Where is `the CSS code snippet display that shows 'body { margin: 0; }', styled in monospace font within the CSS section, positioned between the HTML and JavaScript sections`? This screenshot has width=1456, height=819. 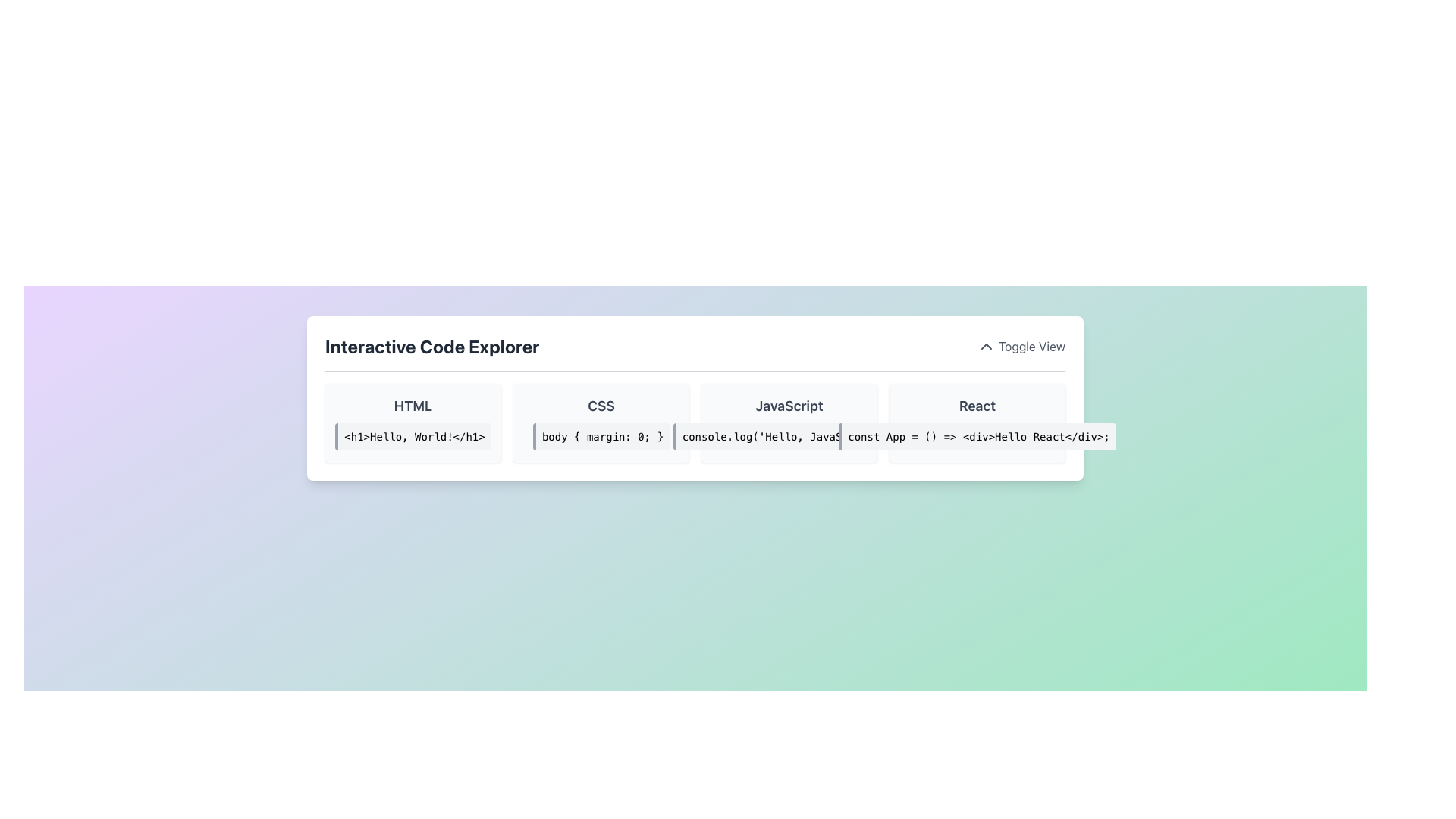
the CSS code snippet display that shows 'body { margin: 0; }', styled in monospace font within the CSS section, positioned between the HTML and JavaScript sections is located at coordinates (602, 436).